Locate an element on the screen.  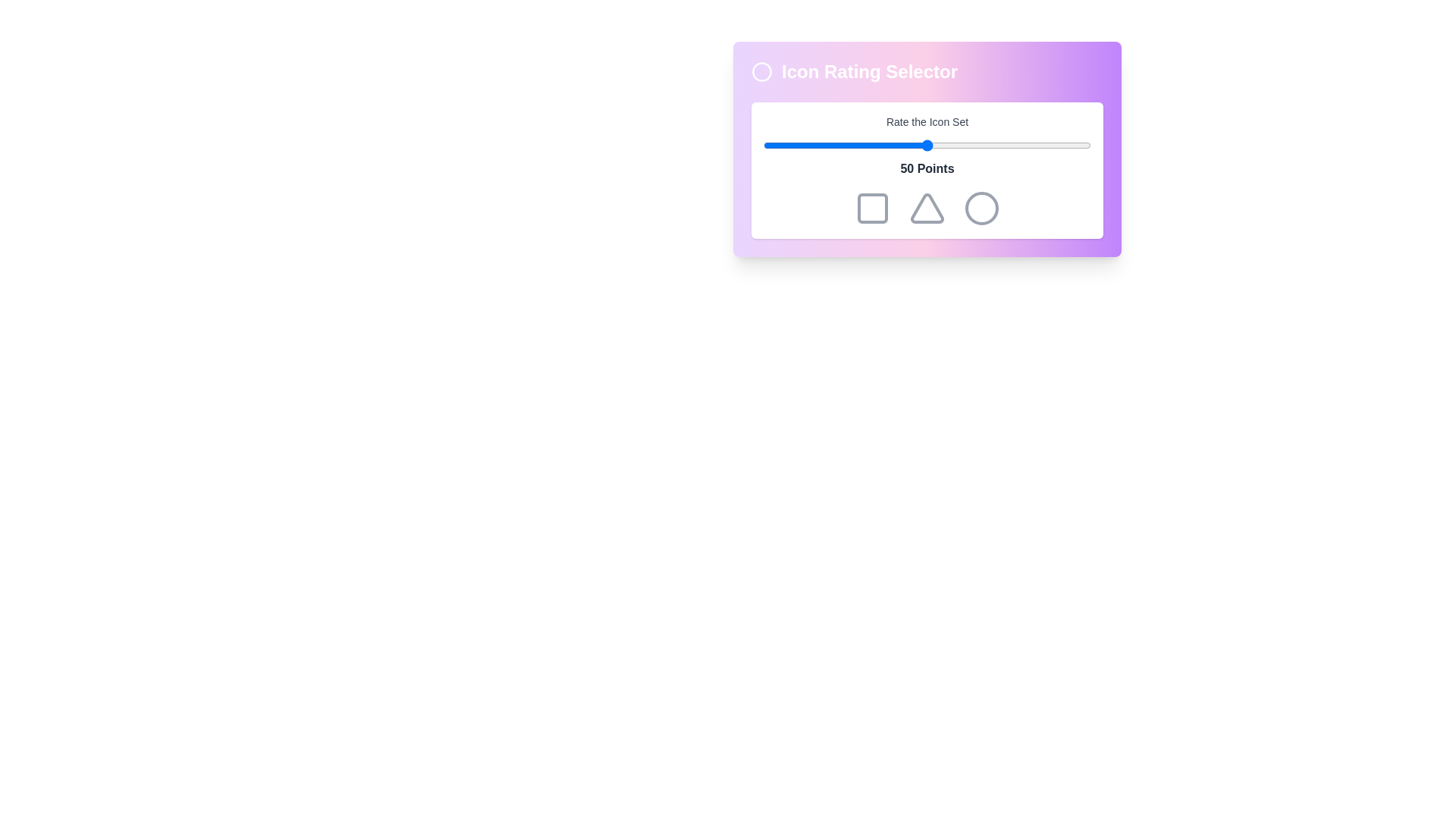
the slider to 95 percent to observe the color changes of the icons is located at coordinates (1074, 146).